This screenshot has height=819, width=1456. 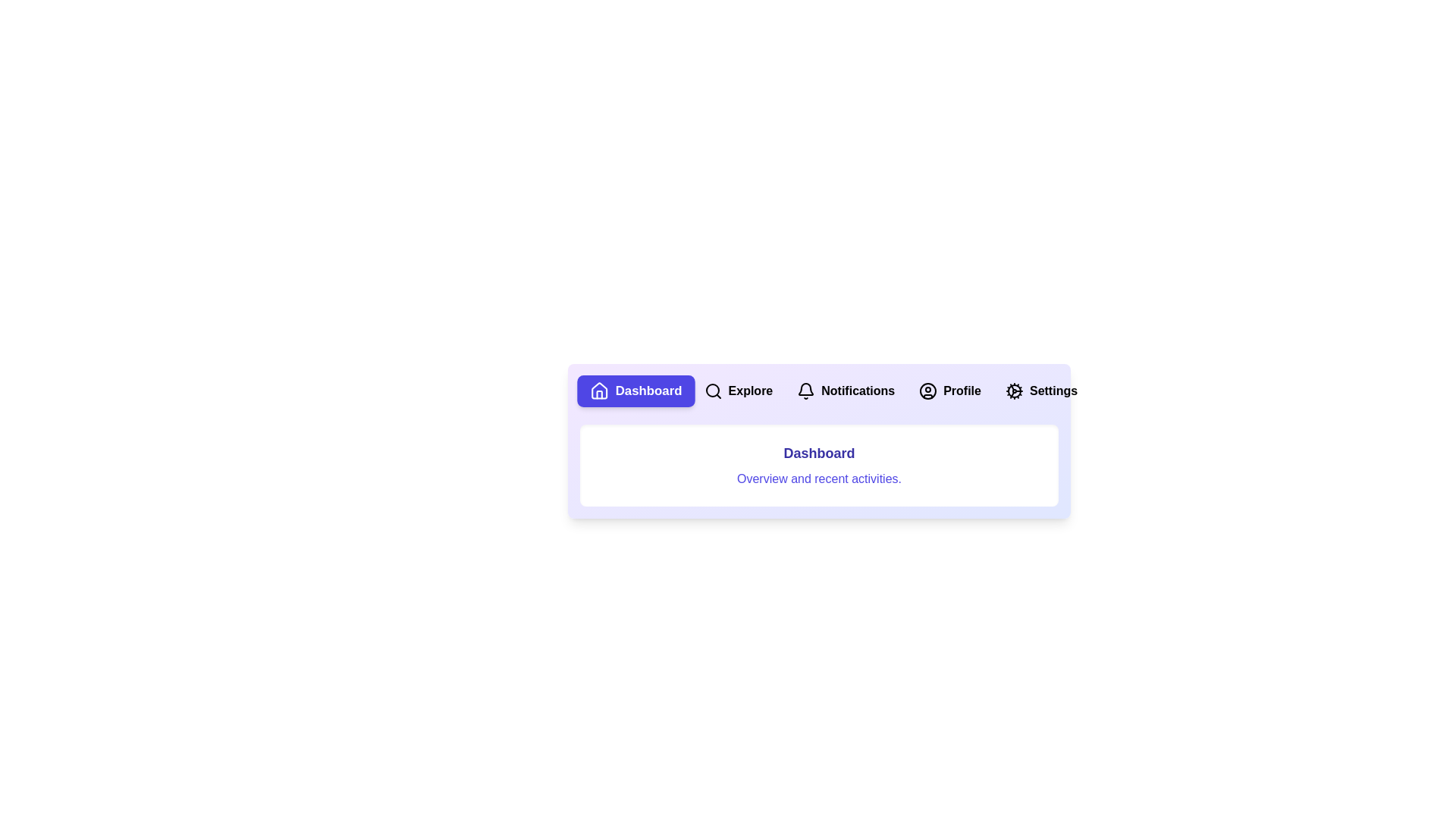 I want to click on the icon of the tab labeled Settings, so click(x=1015, y=391).